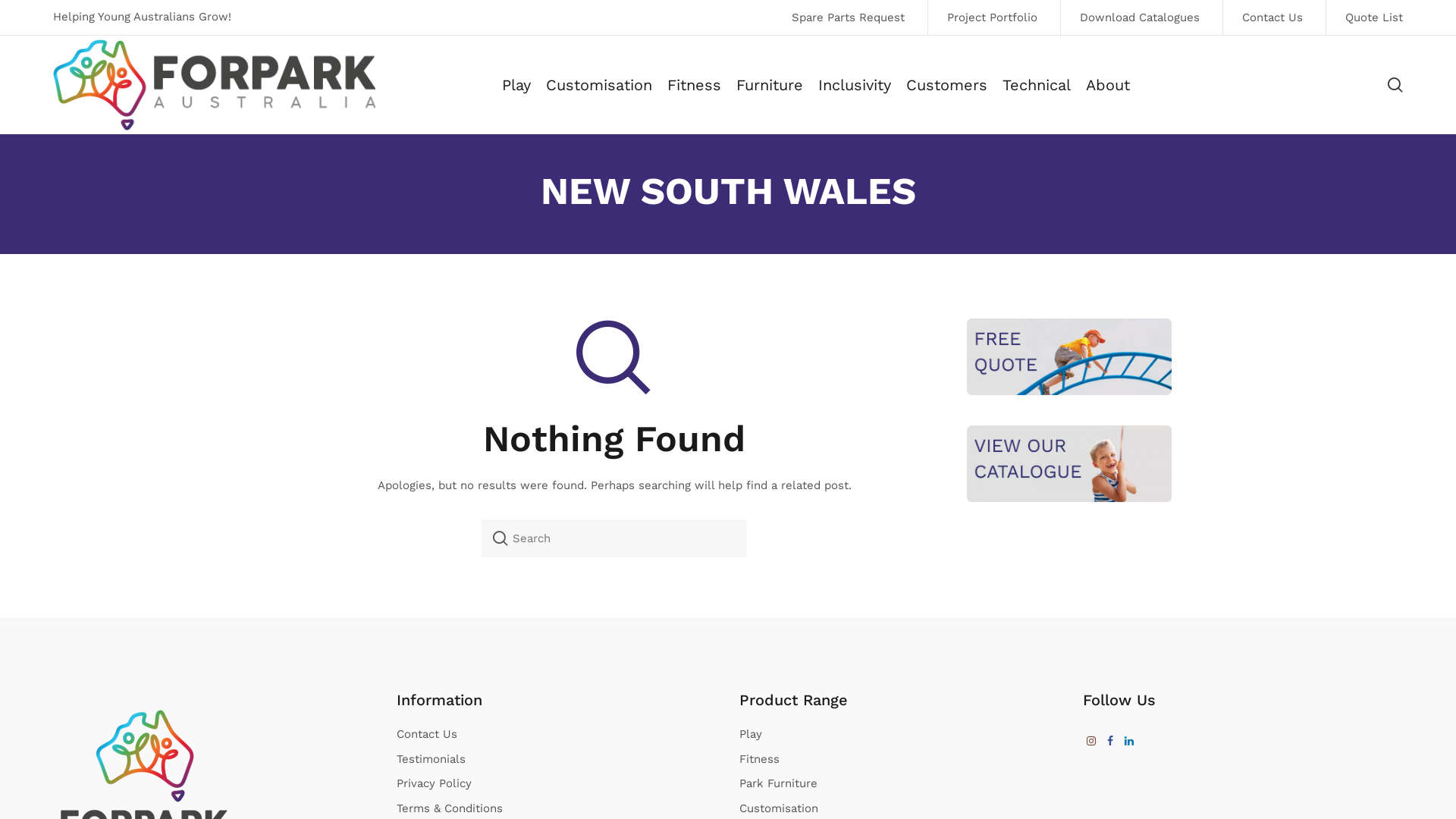 The height and width of the screenshot is (819, 1456). What do you see at coordinates (429, 759) in the screenshot?
I see `'Testimonials'` at bounding box center [429, 759].